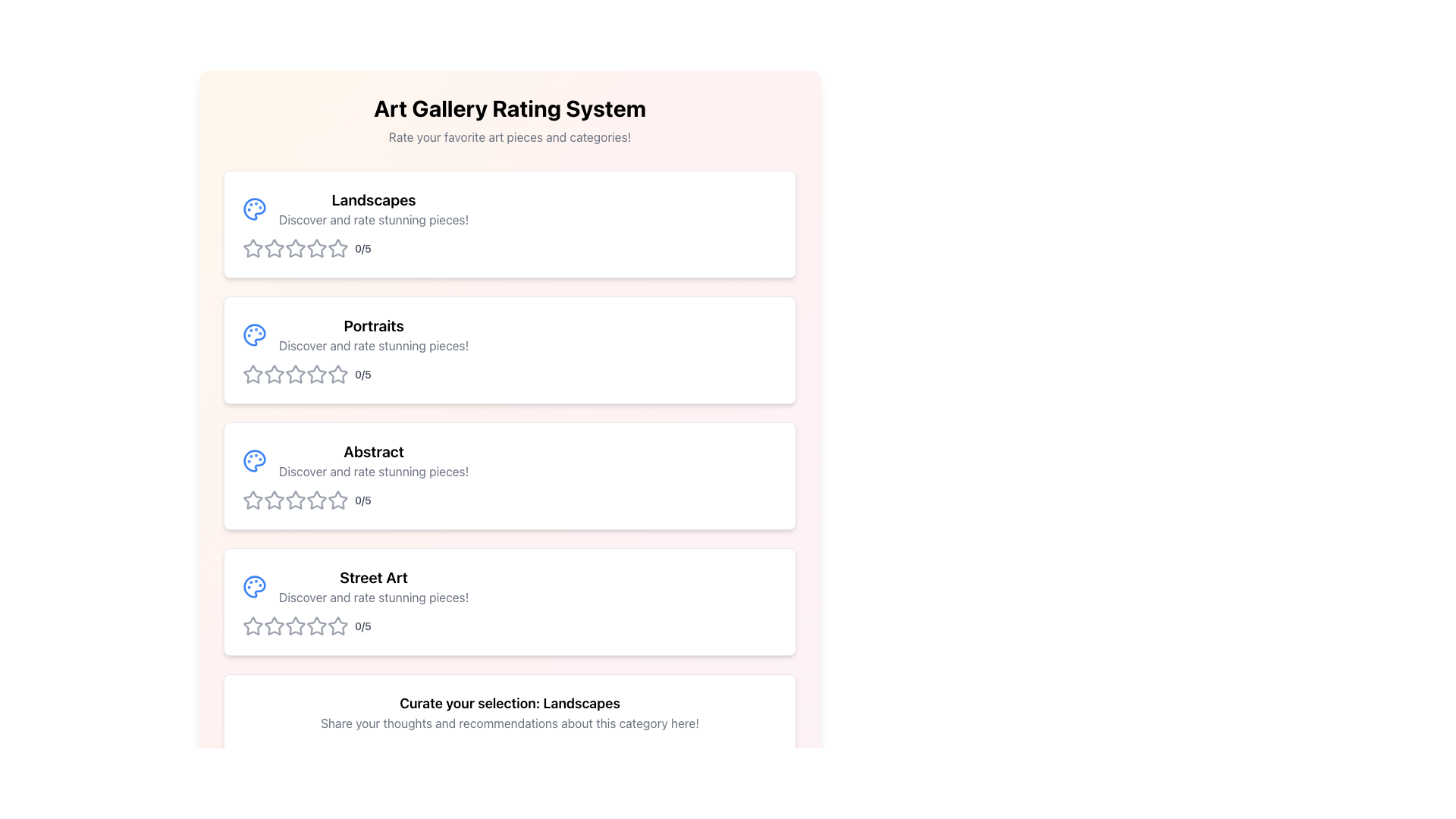  Describe the element at coordinates (255, 586) in the screenshot. I see `the blue artist's palette icon located next to the 'Street Art' text in the flexbox layout` at that location.